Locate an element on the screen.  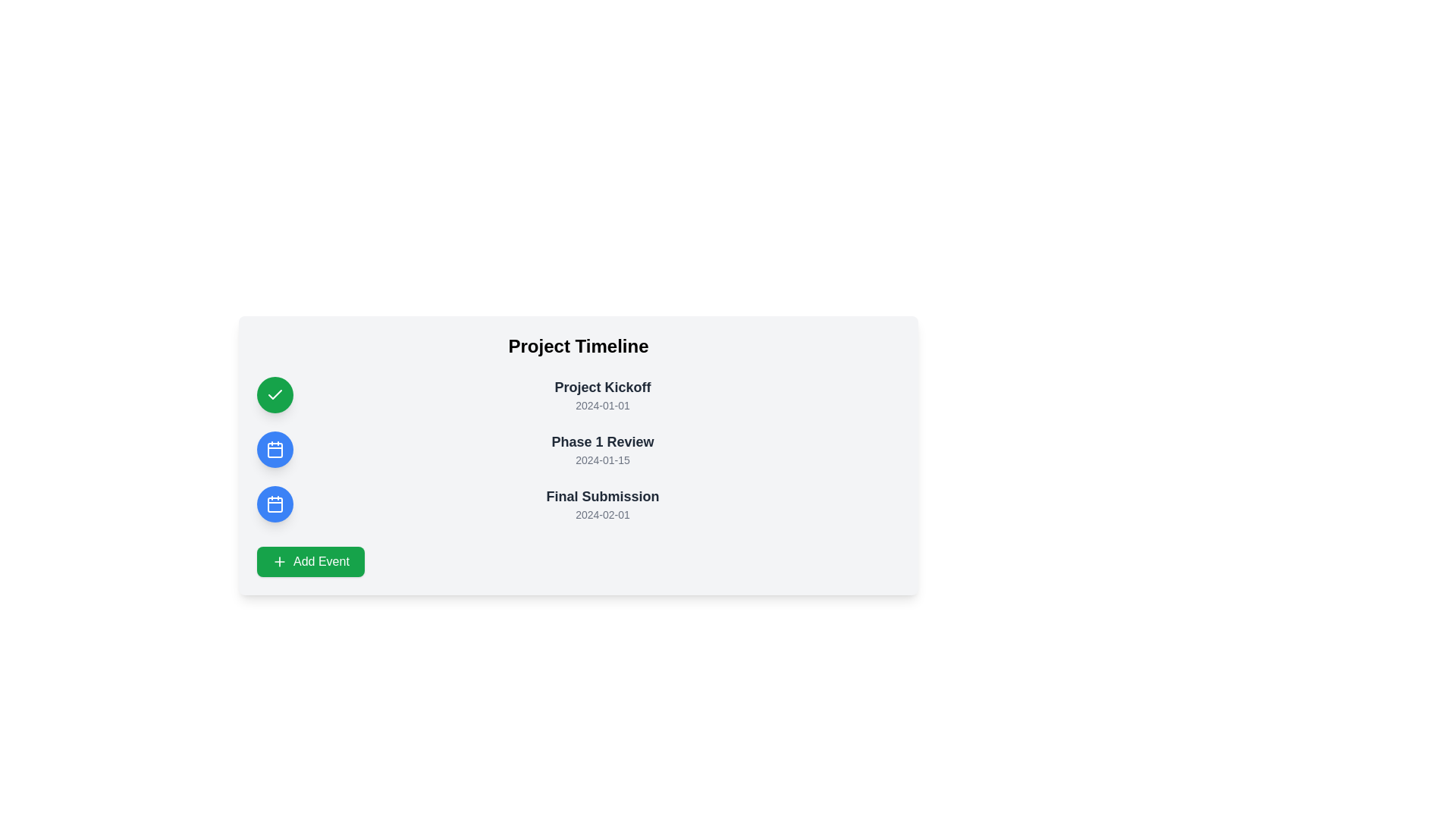
text displayed in the Text Label identified by the bold black font saying 'Phase 1 Review', which is centrally positioned above the date '2024-01-15' is located at coordinates (602, 441).